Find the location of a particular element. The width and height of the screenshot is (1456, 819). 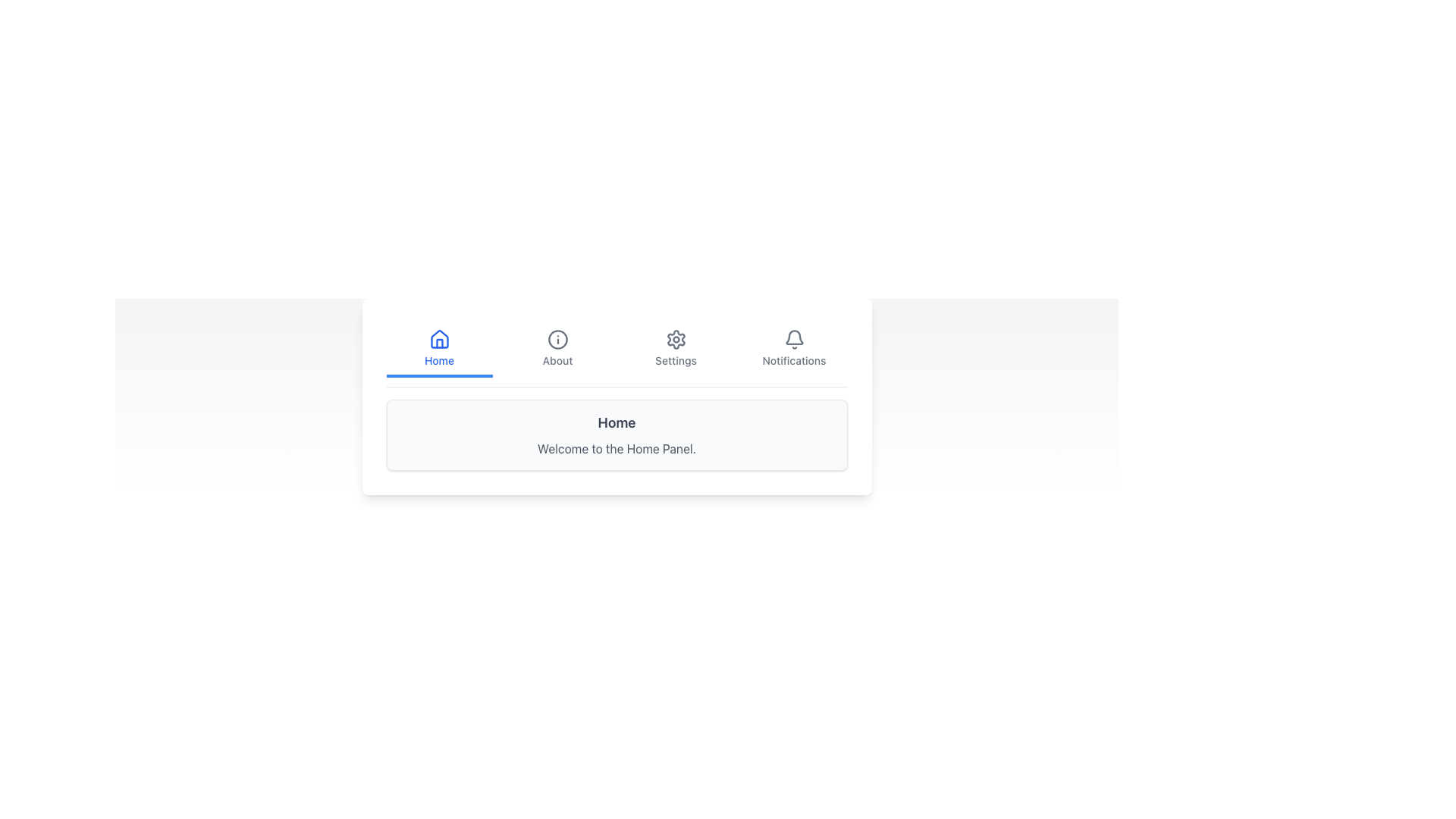

the Notifications button located on the rightmost side of the navigation bar to trigger any hover effects is located at coordinates (793, 350).